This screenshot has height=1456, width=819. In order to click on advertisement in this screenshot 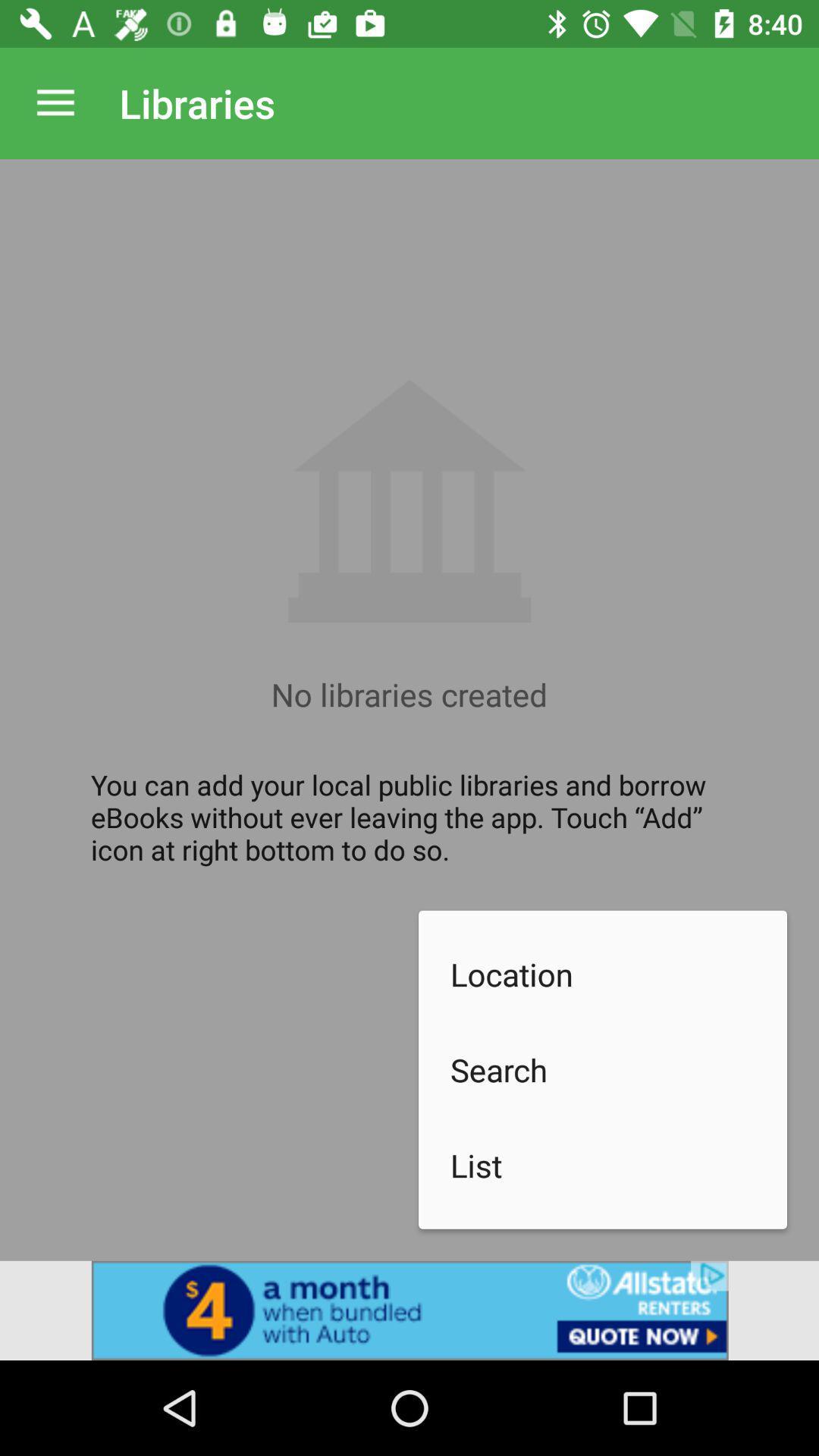, I will do `click(409, 1310)`.